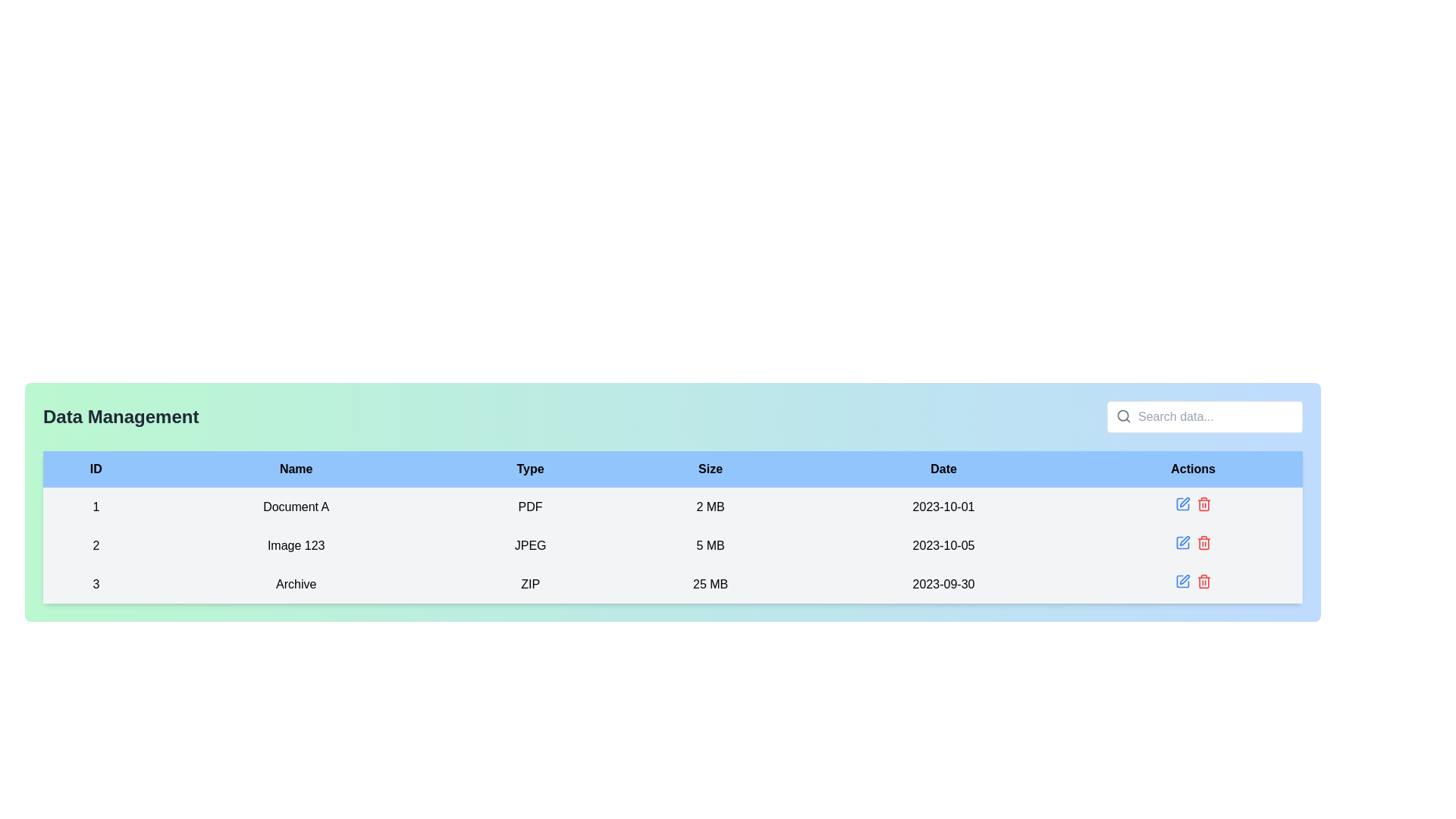  What do you see at coordinates (1124, 416) in the screenshot?
I see `the magnifying glass icon representing the search function, located within the text input field labeled 'Search data...', positioned towards the top-right corner of the content area` at bounding box center [1124, 416].